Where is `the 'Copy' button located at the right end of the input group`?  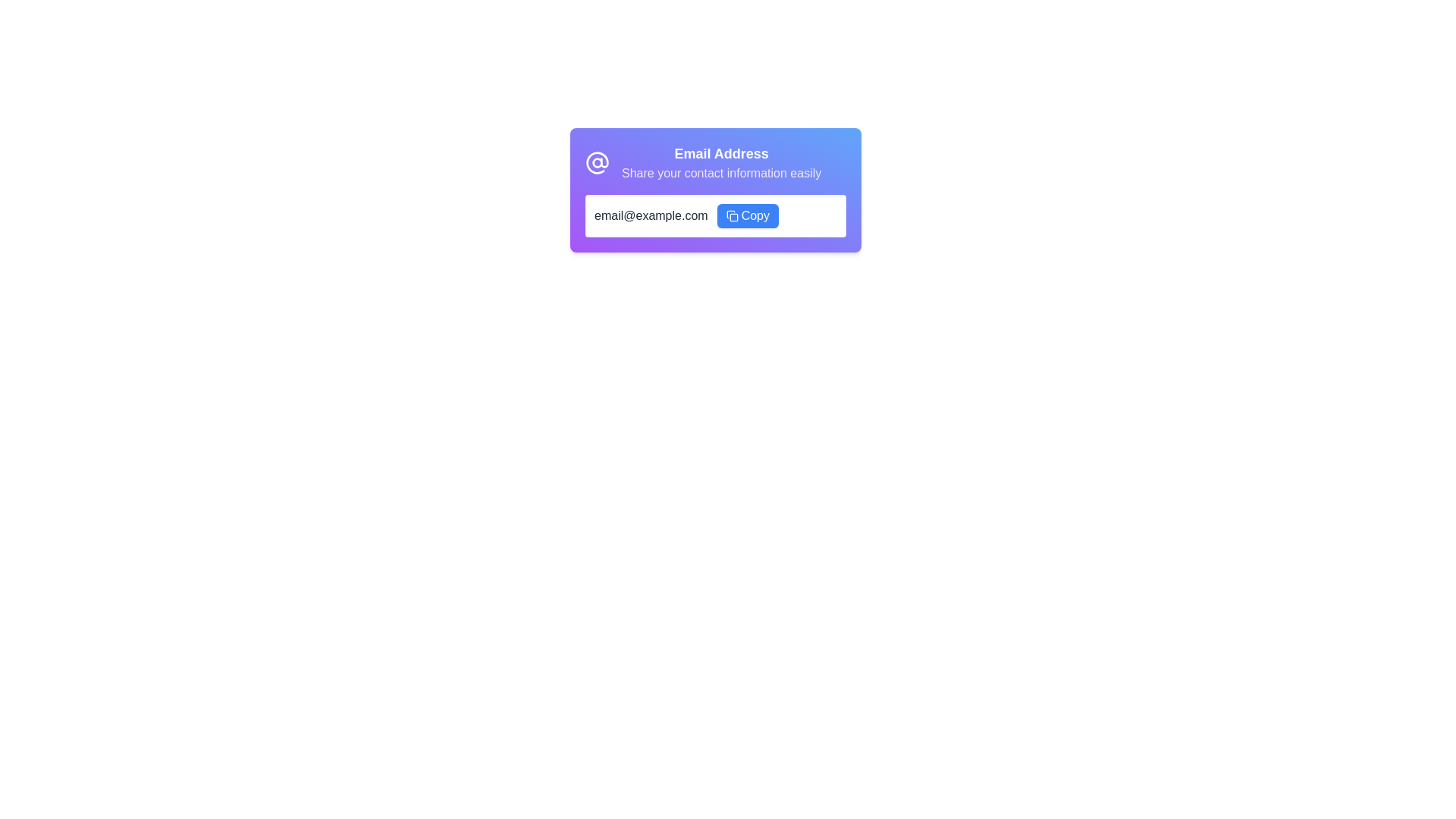 the 'Copy' button located at the right end of the input group is located at coordinates (755, 216).